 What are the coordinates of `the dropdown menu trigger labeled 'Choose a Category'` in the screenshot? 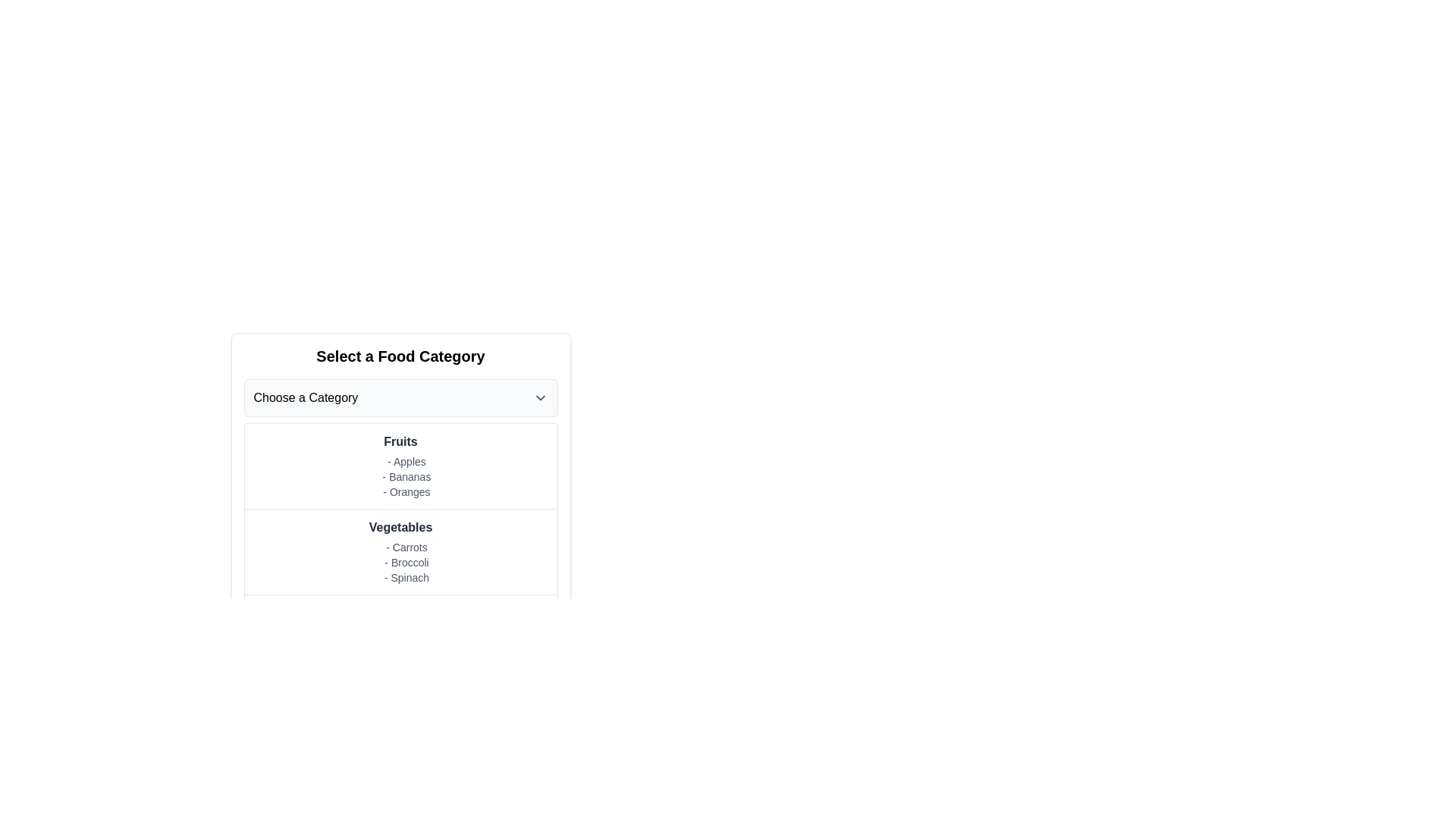 It's located at (400, 397).